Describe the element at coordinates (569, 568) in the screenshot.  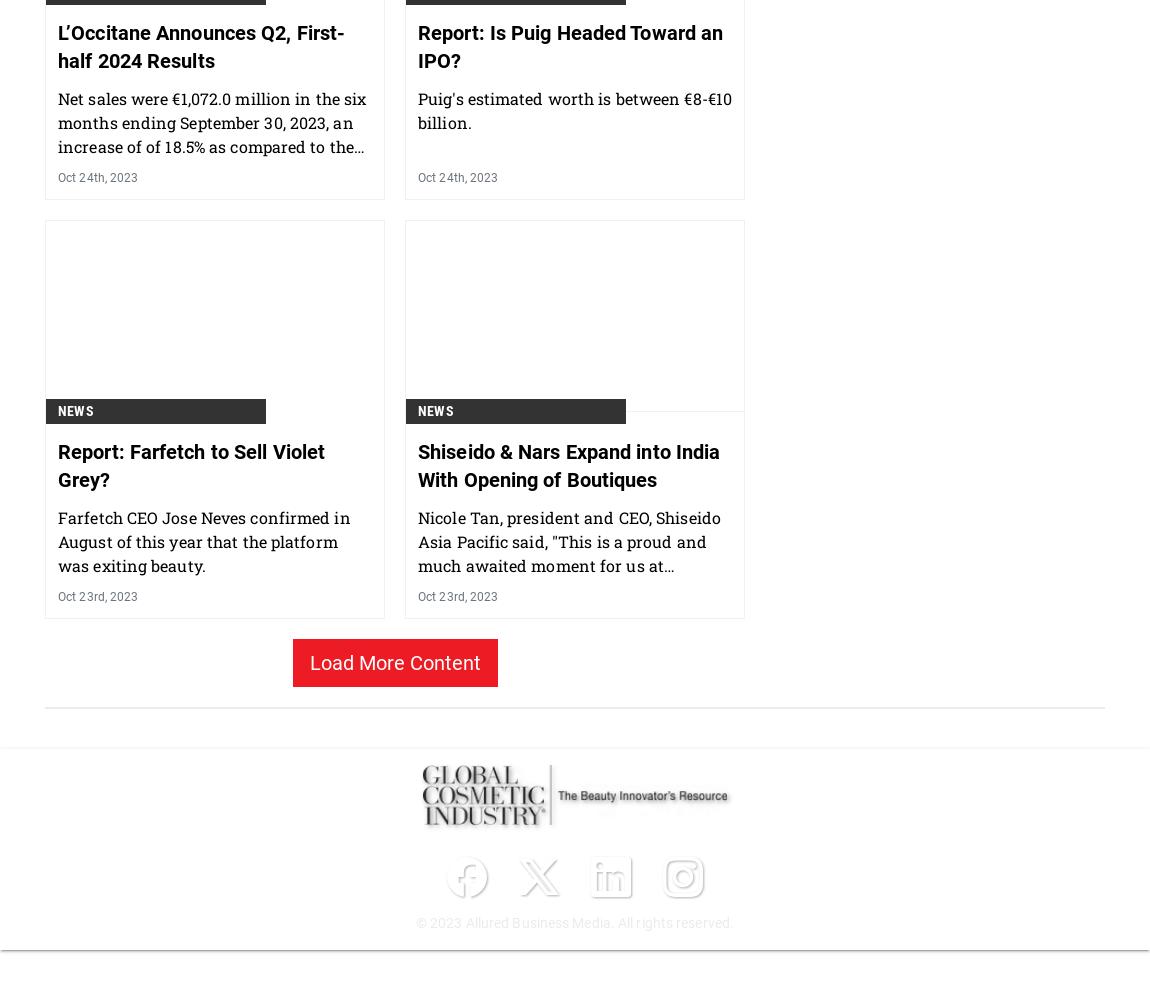
I see `'Shiseido & Nars Expand into India With Opening of Boutiques'` at that location.